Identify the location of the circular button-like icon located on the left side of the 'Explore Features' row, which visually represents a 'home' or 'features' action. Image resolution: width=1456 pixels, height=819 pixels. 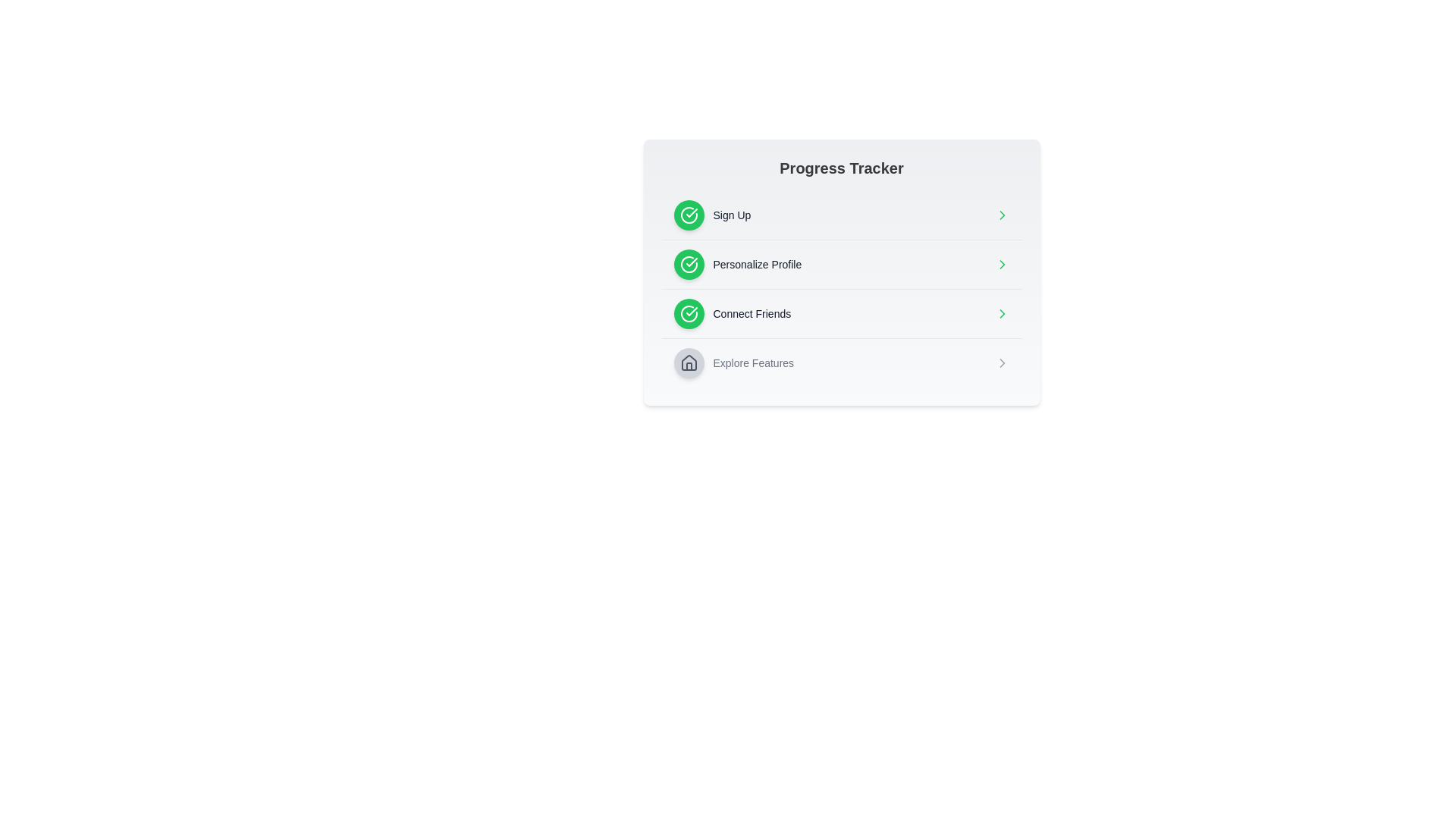
(688, 362).